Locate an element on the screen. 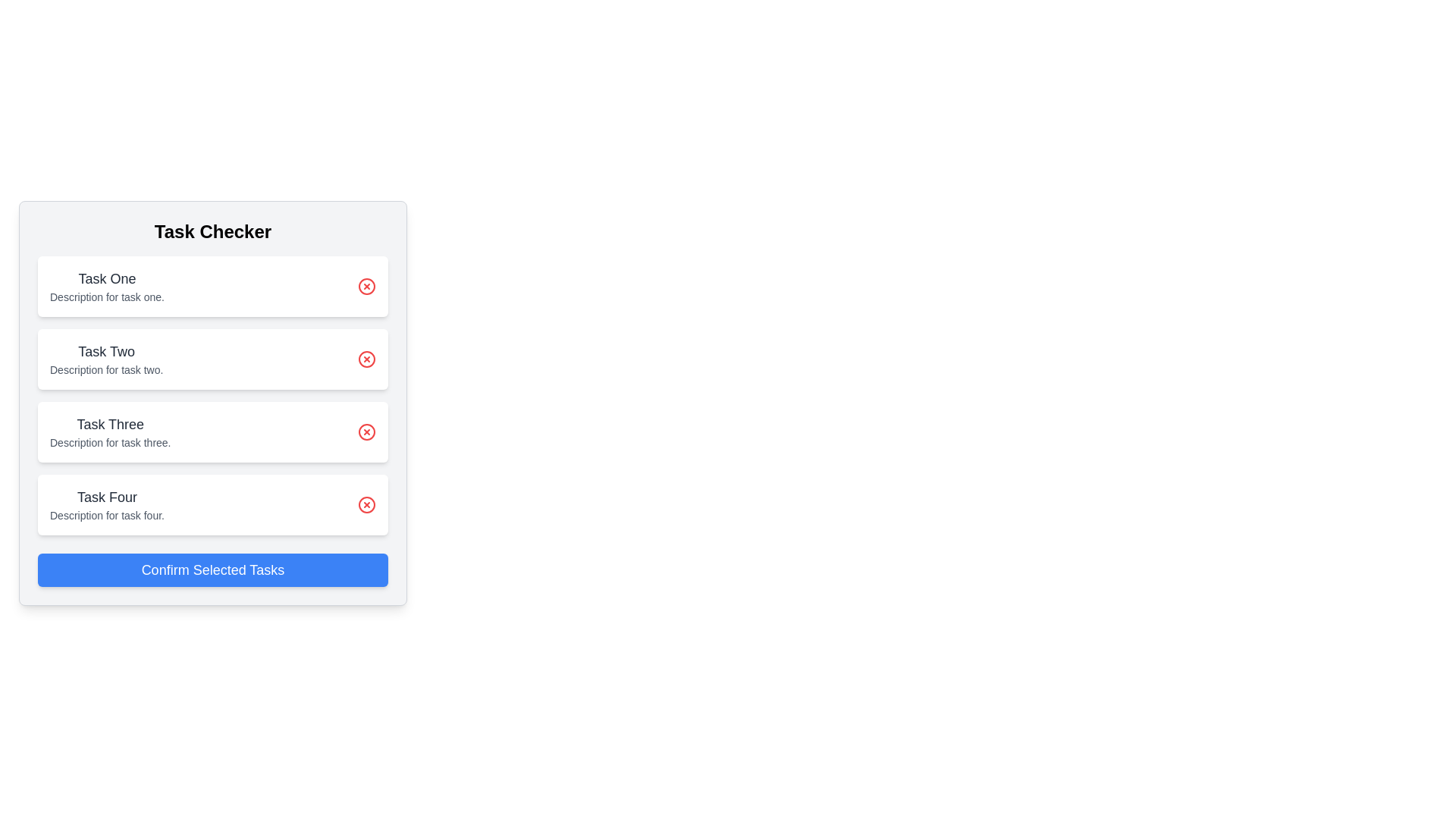  the text display that provides additional information for 'Task One', which is positioned directly below the title 'Task One' as the first task item in the list is located at coordinates (106, 297).